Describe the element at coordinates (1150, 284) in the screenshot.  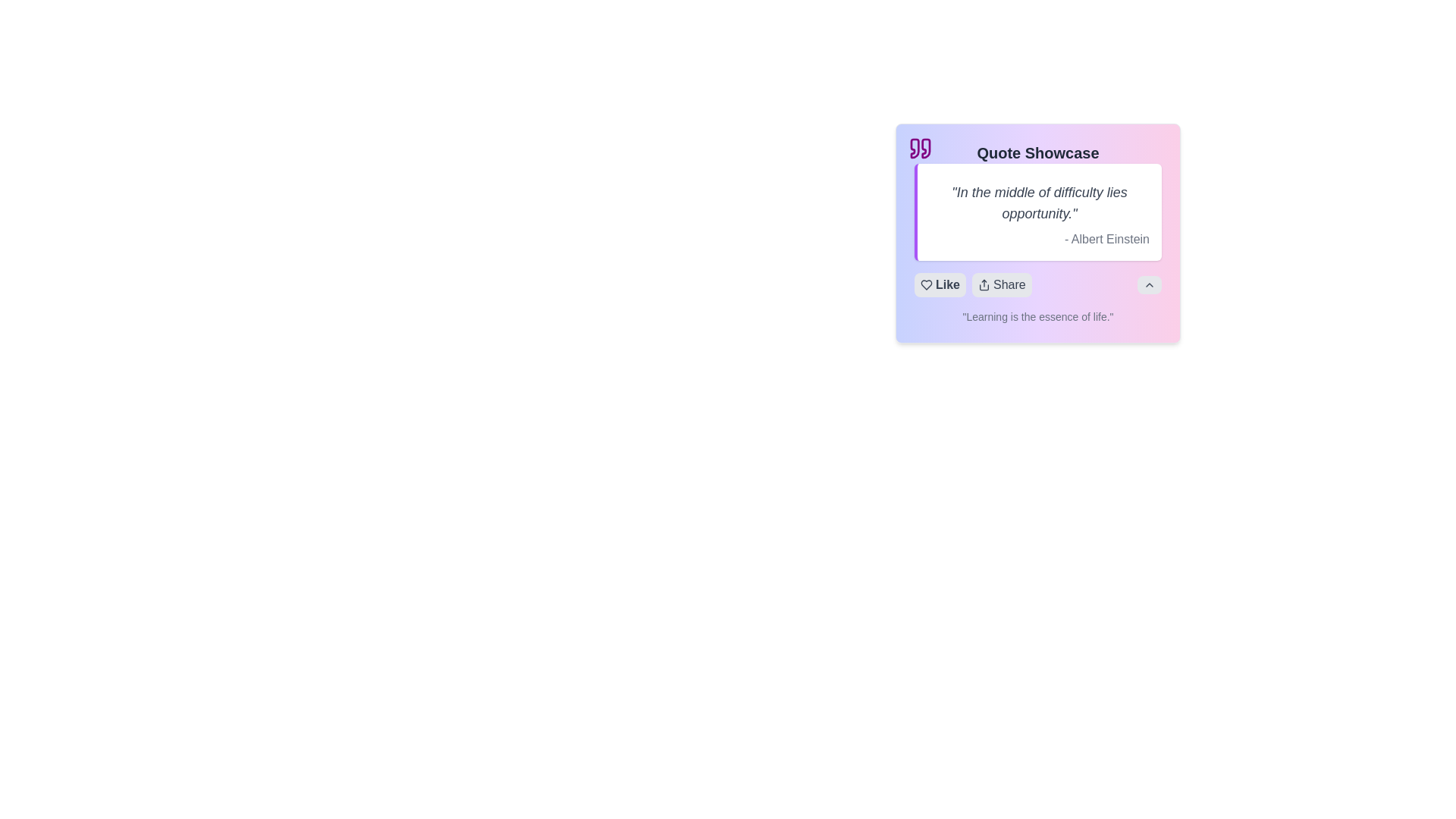
I see `the upward-facing chevron icon button located at the top-right corner of the card interface` at that location.